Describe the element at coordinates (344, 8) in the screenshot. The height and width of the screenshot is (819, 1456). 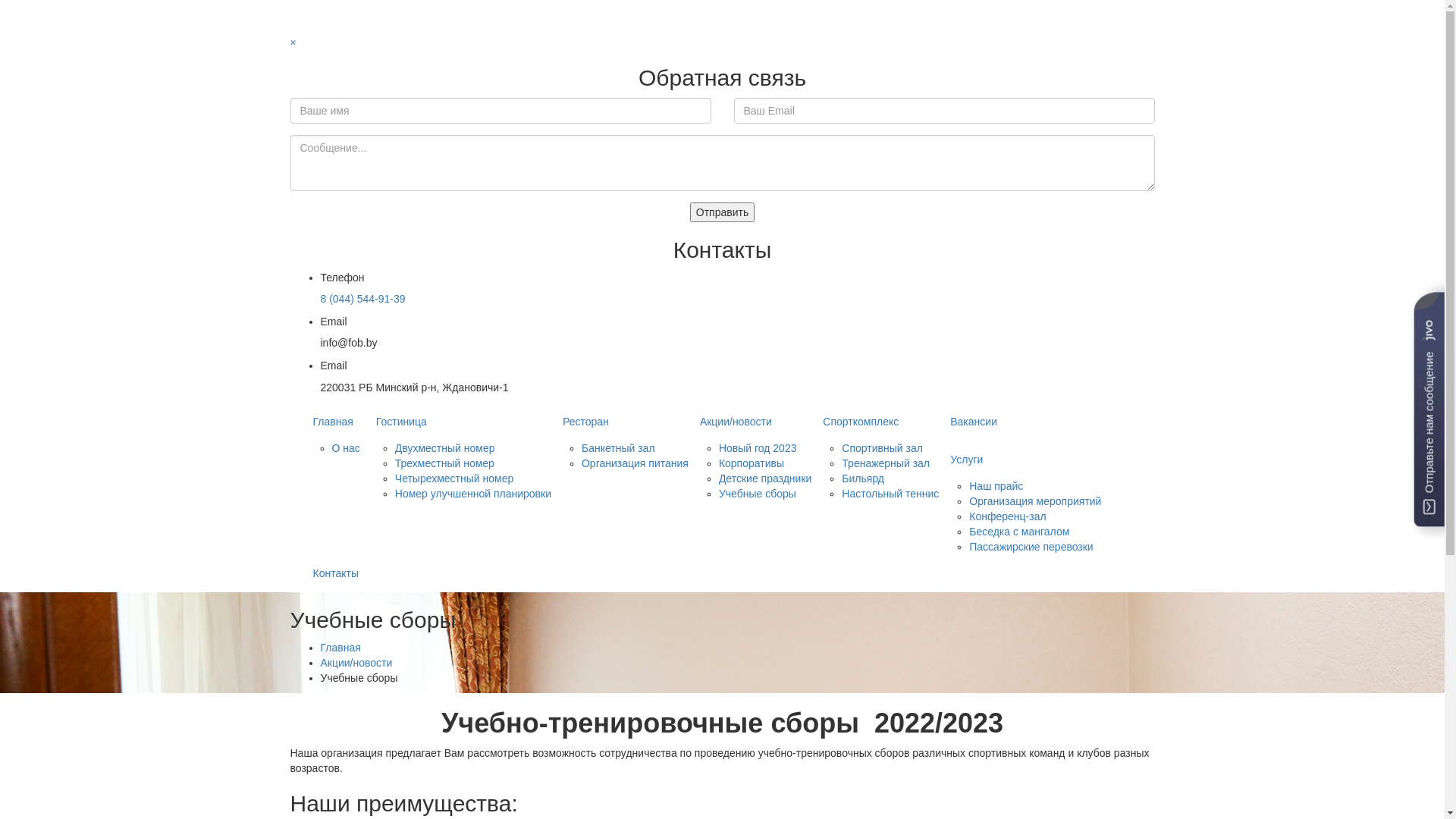
I see `'+375 (29) 118-58-00'` at that location.